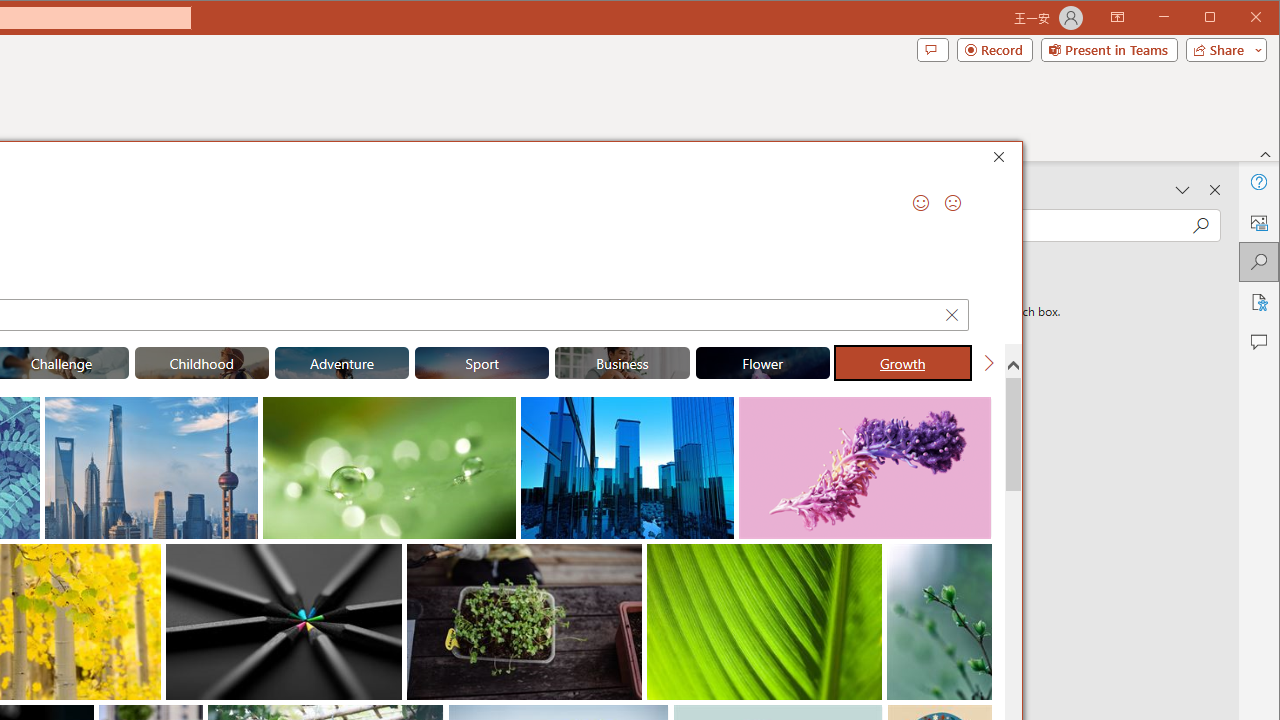 This screenshot has width=1280, height=720. I want to click on 'Share', so click(1221, 49).